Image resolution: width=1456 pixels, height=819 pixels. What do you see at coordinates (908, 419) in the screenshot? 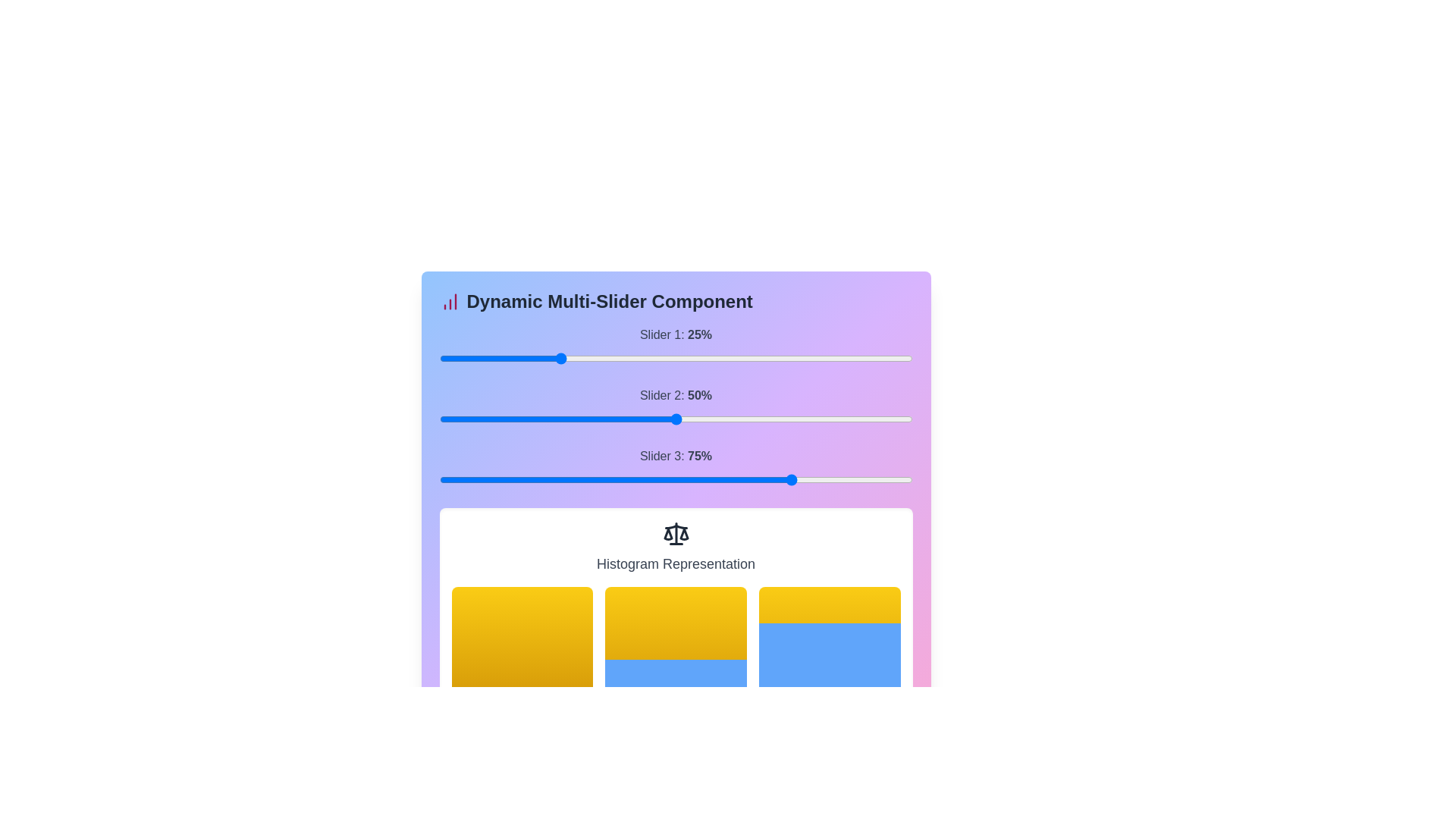
I see `the slider 2 to 98% to observe histogram changes` at bounding box center [908, 419].